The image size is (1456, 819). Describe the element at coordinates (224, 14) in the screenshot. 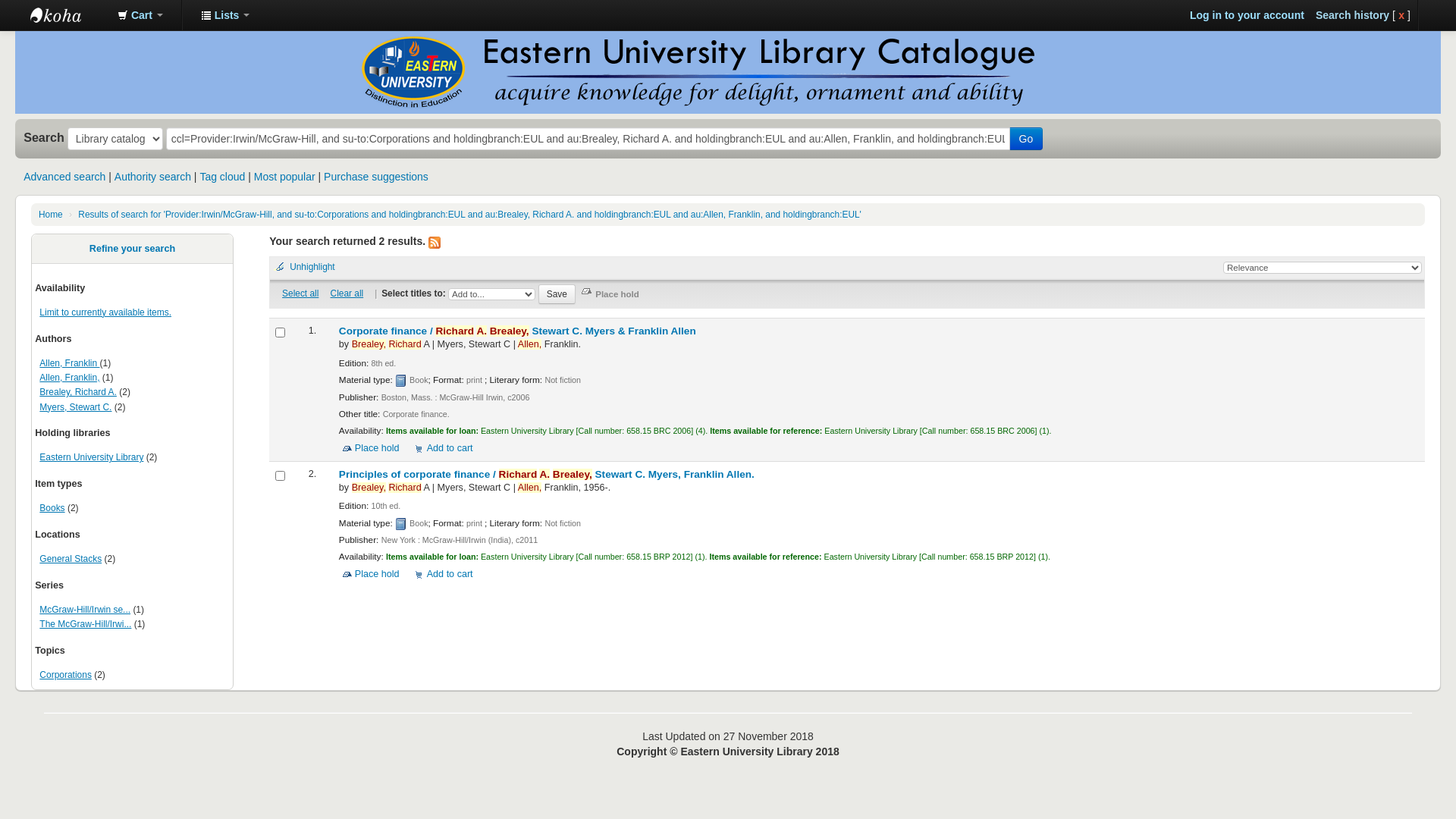

I see `'Lists'` at that location.